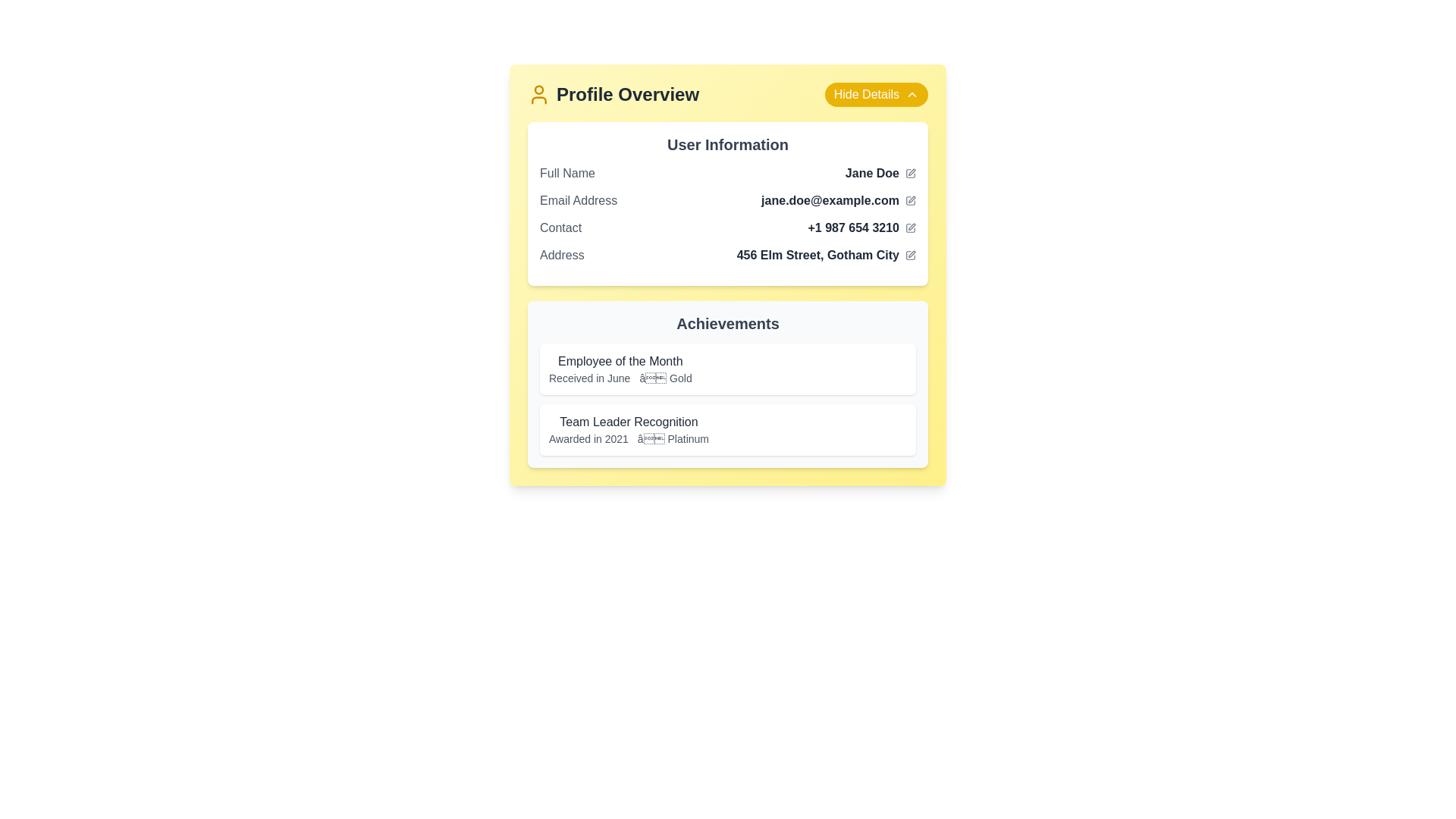  What do you see at coordinates (613, 94) in the screenshot?
I see `text of the Label header with icon indicating 'Profile Overview', which is positioned on the left-hand side of the horizontal bar at the top of the panel` at bounding box center [613, 94].